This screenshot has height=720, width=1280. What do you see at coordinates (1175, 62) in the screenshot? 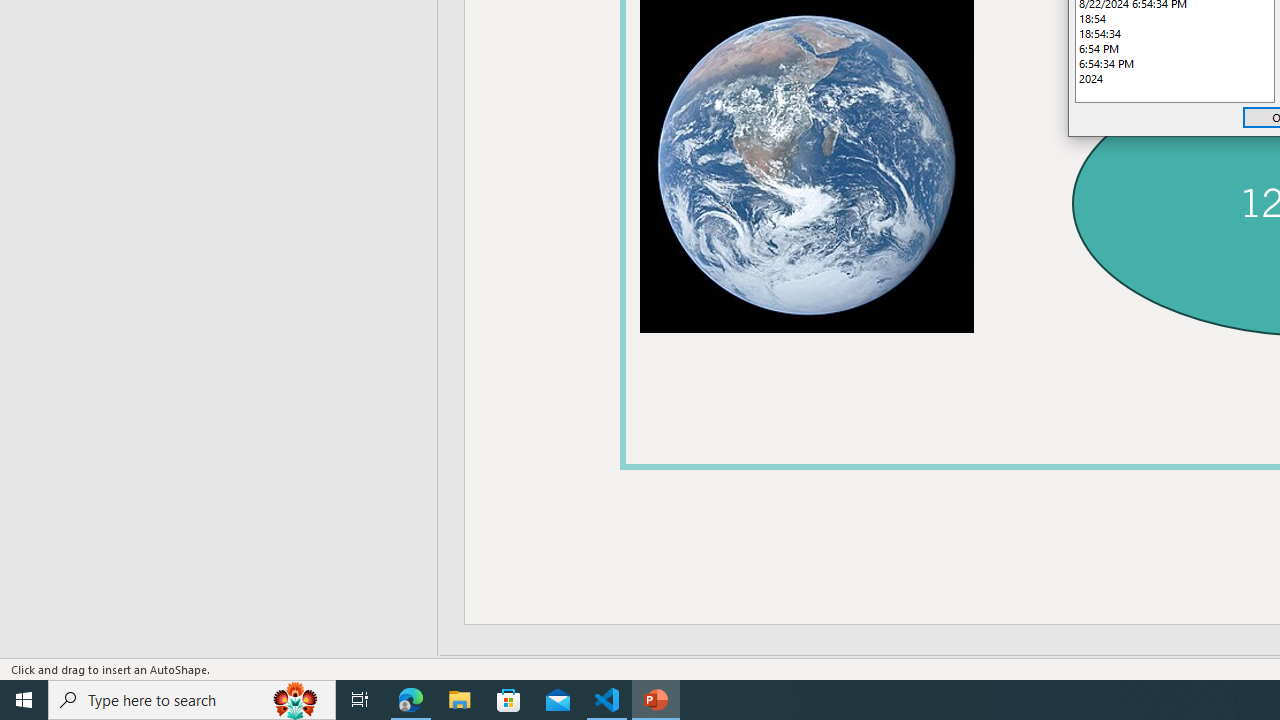
I see `'6:54:34 PM'` at bounding box center [1175, 62].